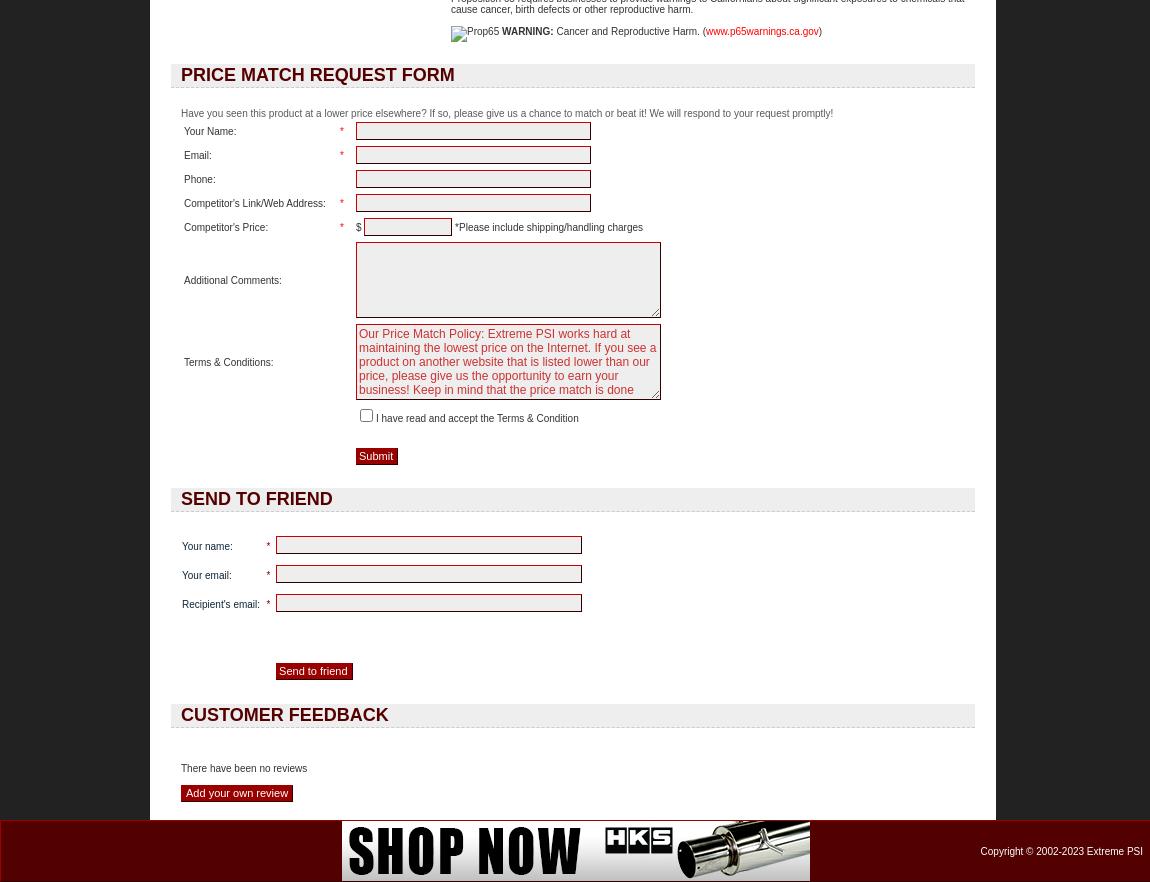 Image resolution: width=1150 pixels, height=882 pixels. Describe the element at coordinates (181, 603) in the screenshot. I see `'Recipient's email'` at that location.